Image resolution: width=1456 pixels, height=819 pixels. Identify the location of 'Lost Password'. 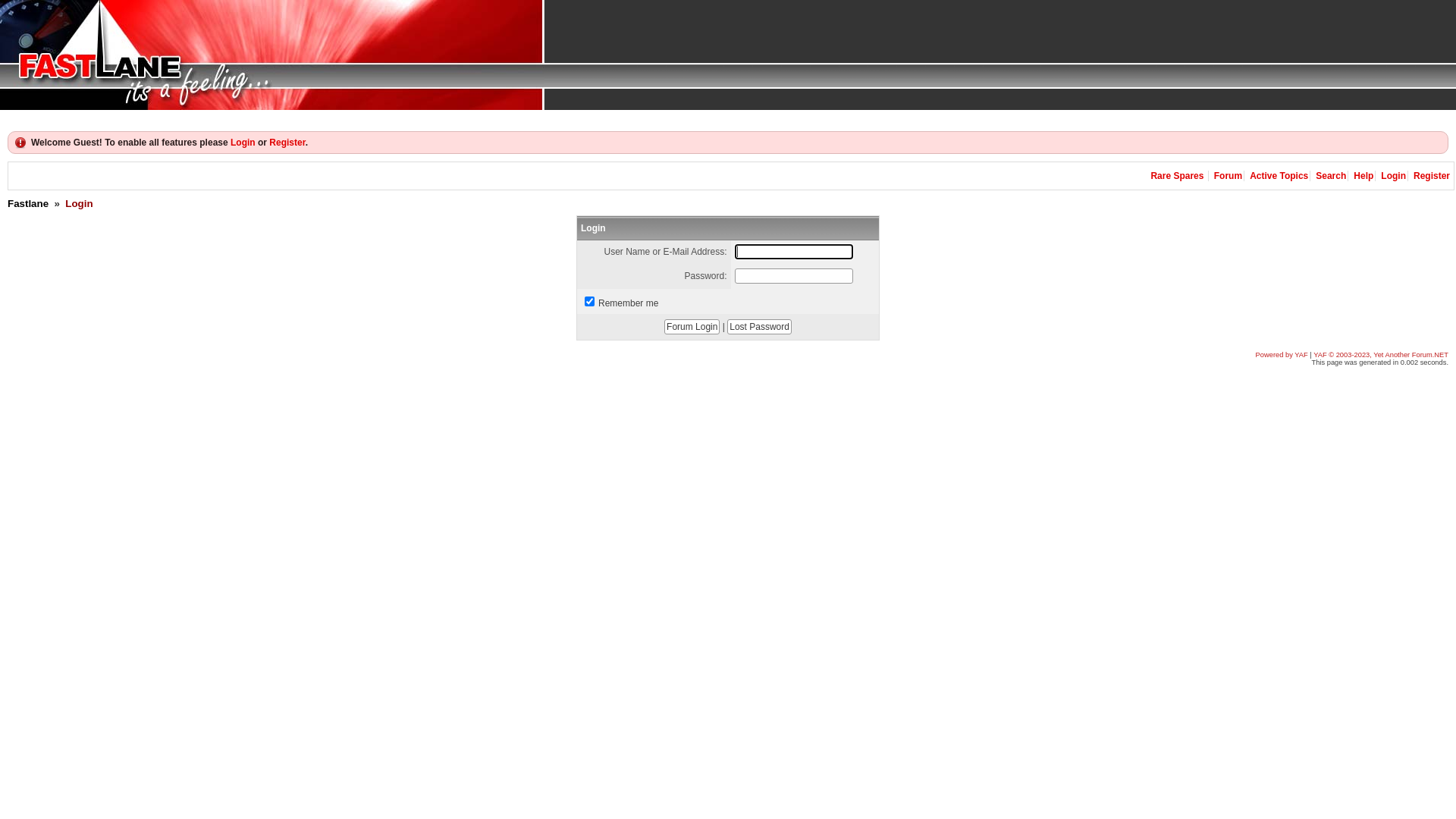
(759, 326).